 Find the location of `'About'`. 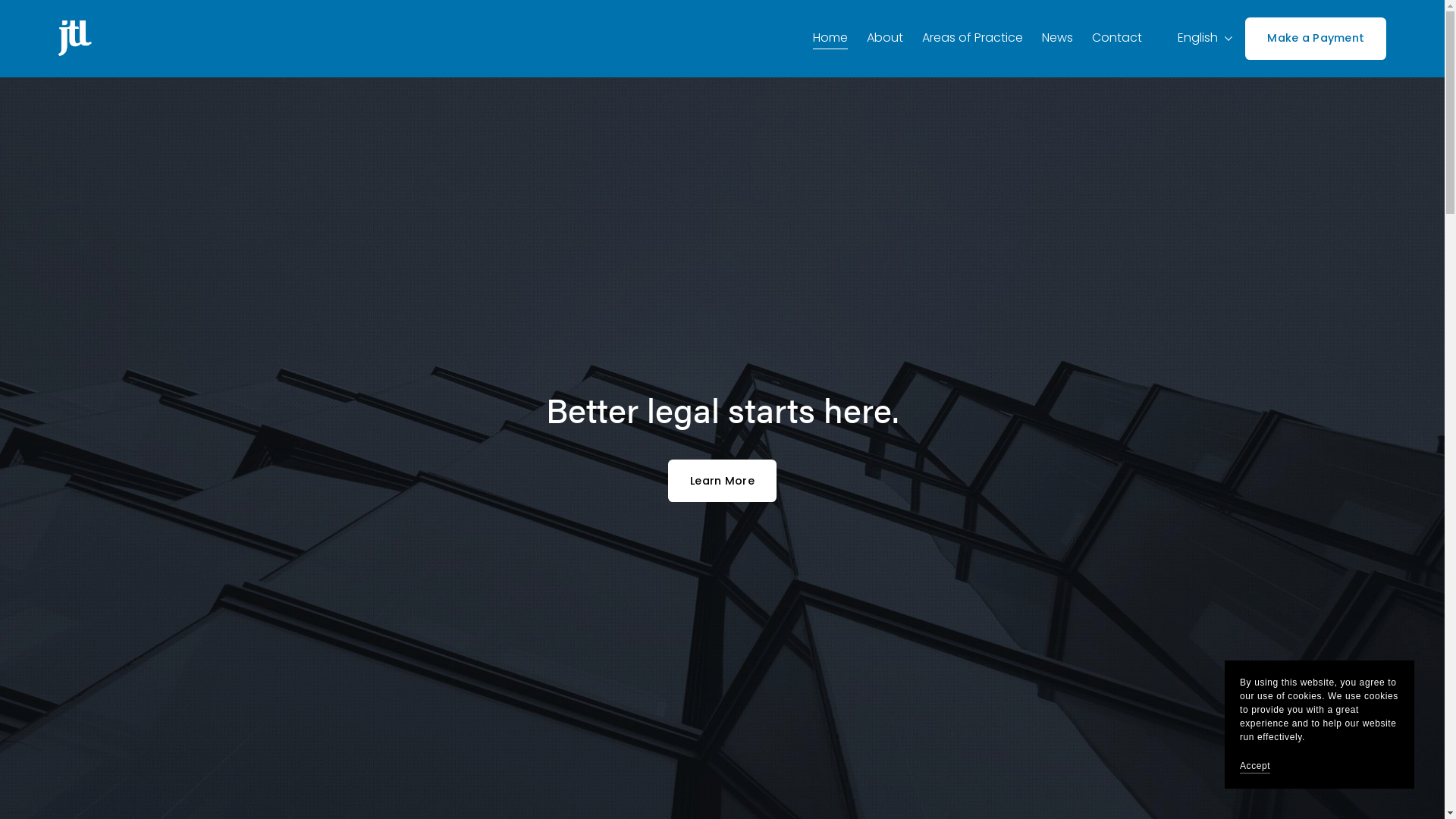

'About' is located at coordinates (884, 37).